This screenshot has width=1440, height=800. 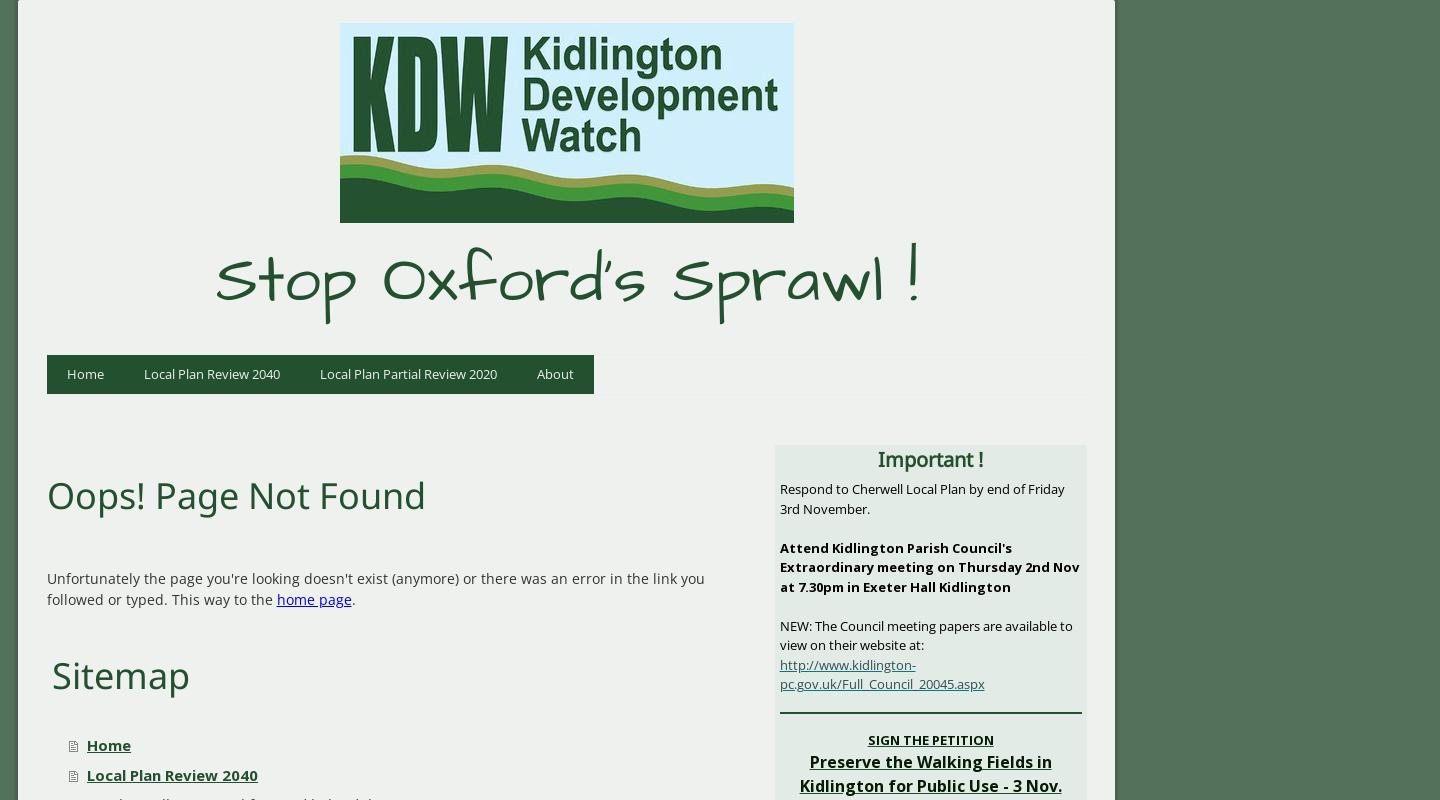 What do you see at coordinates (929, 739) in the screenshot?
I see `'SIGN THE PETITION'` at bounding box center [929, 739].